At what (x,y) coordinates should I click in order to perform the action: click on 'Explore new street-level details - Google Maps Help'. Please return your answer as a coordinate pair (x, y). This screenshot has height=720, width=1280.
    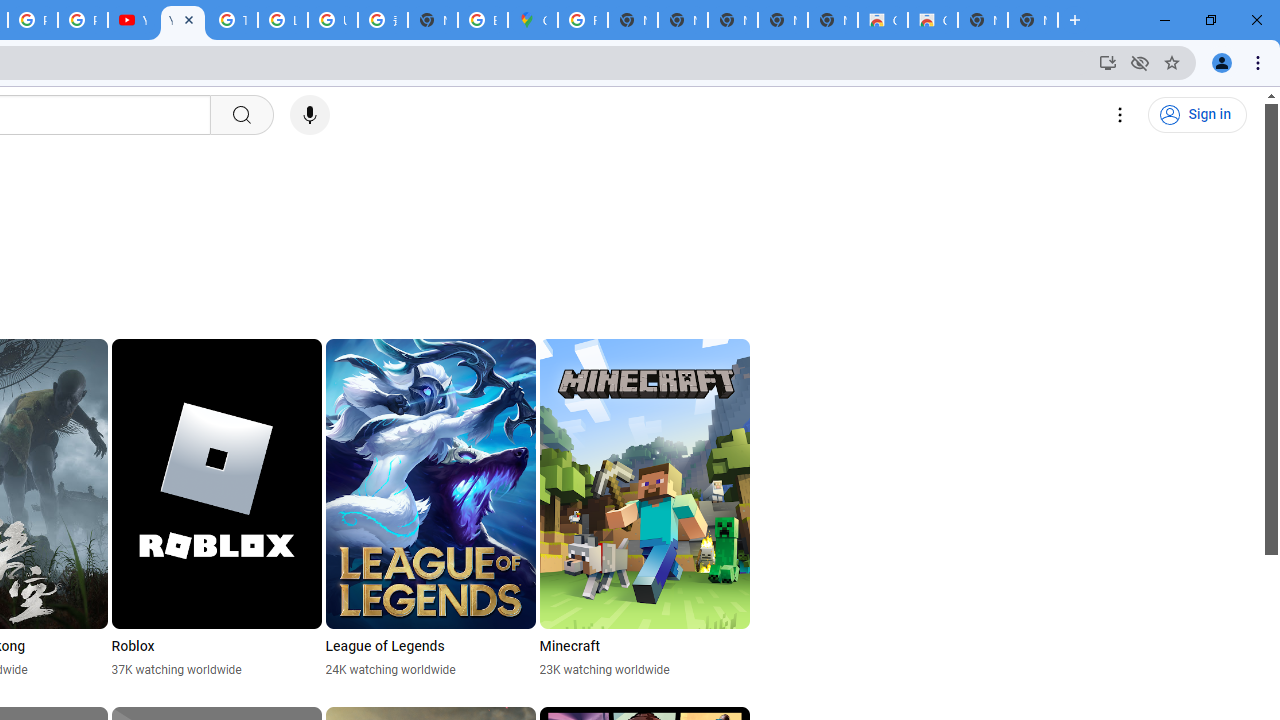
    Looking at the image, I should click on (483, 20).